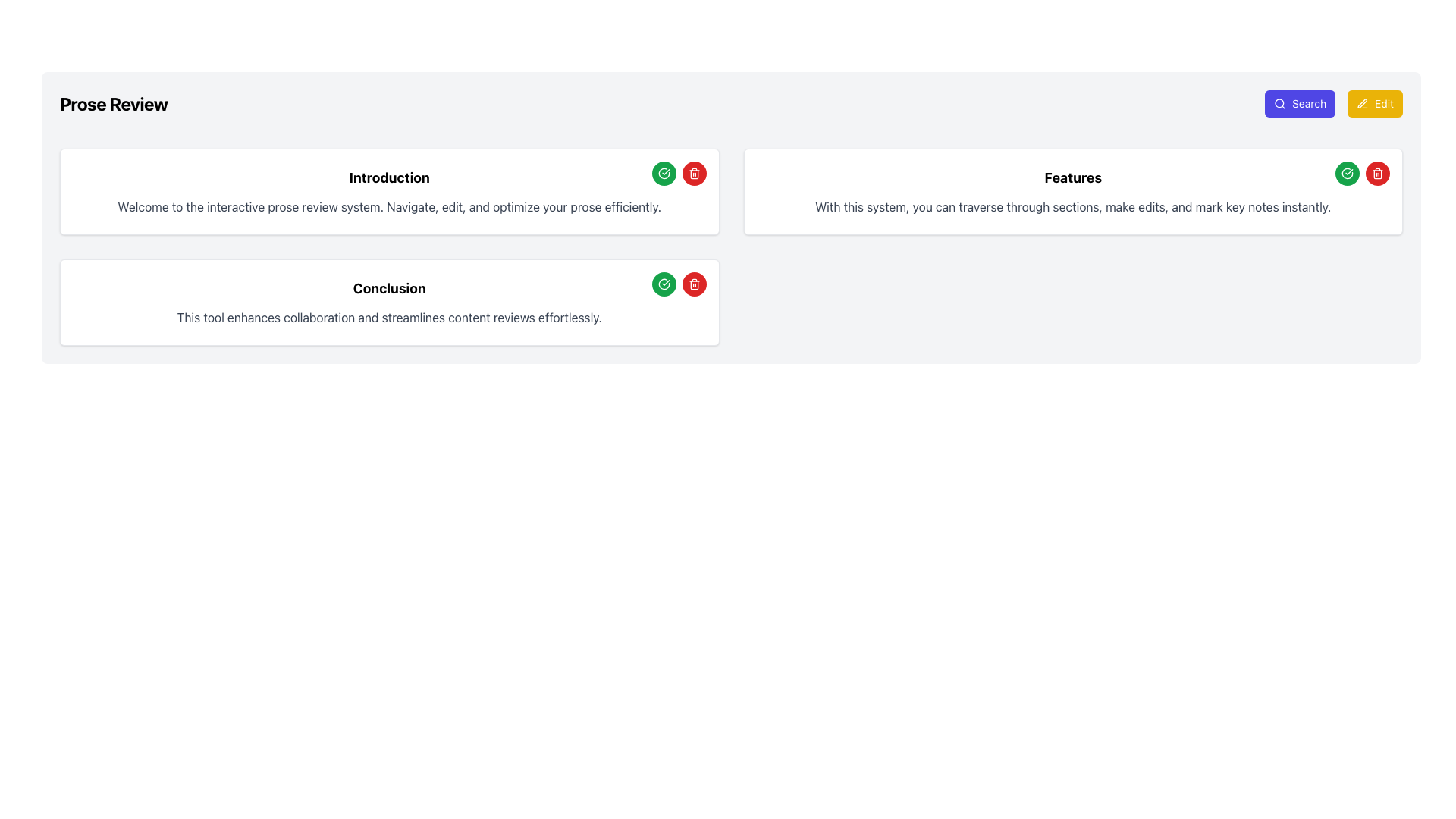  What do you see at coordinates (1384, 103) in the screenshot?
I see `the 'Edit' text label located in the top-right corner of the yellow button, which initiates an editing action when clicked` at bounding box center [1384, 103].